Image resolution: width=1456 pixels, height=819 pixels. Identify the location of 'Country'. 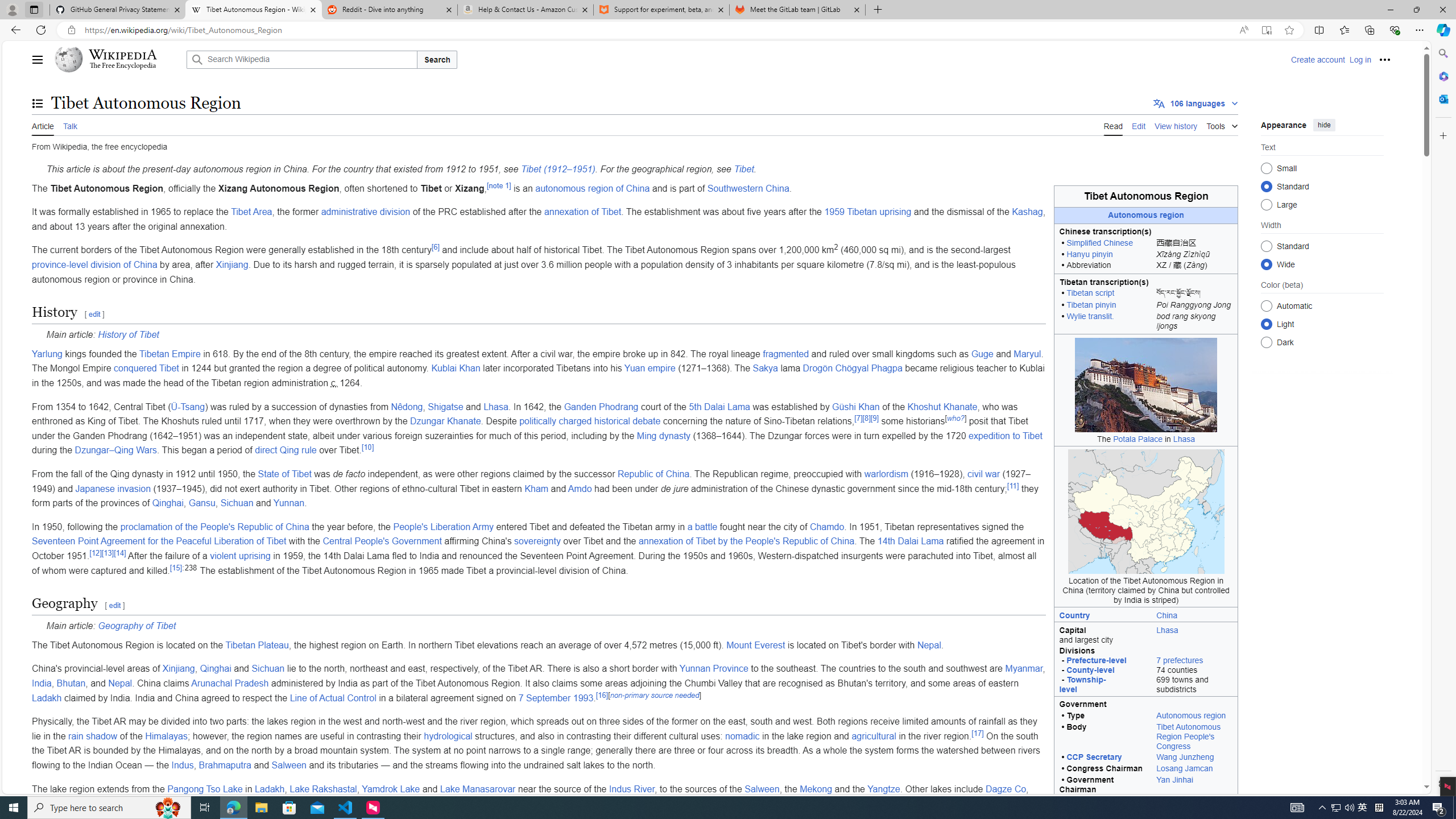
(1103, 614).